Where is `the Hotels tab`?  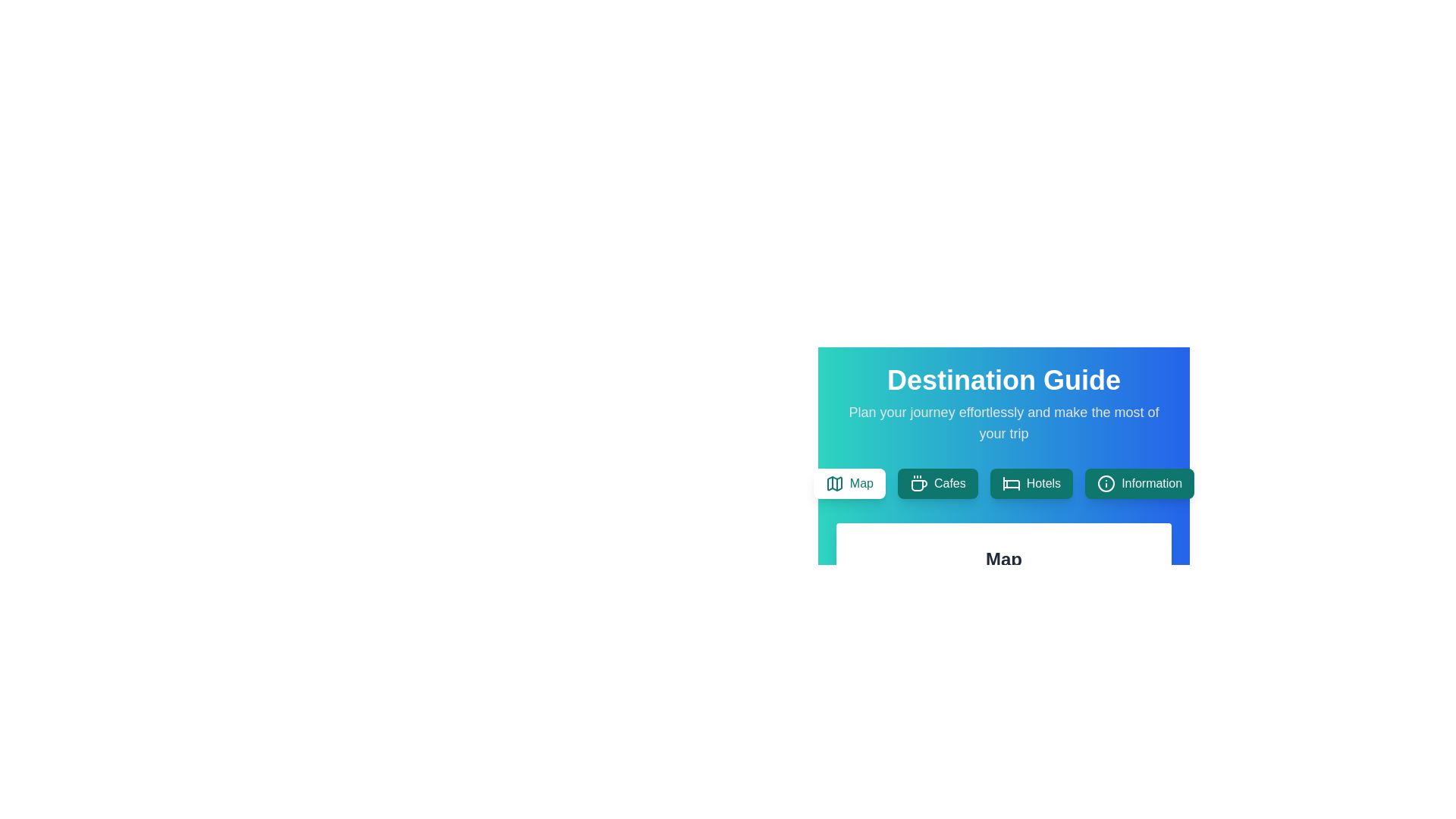 the Hotels tab is located at coordinates (1031, 483).